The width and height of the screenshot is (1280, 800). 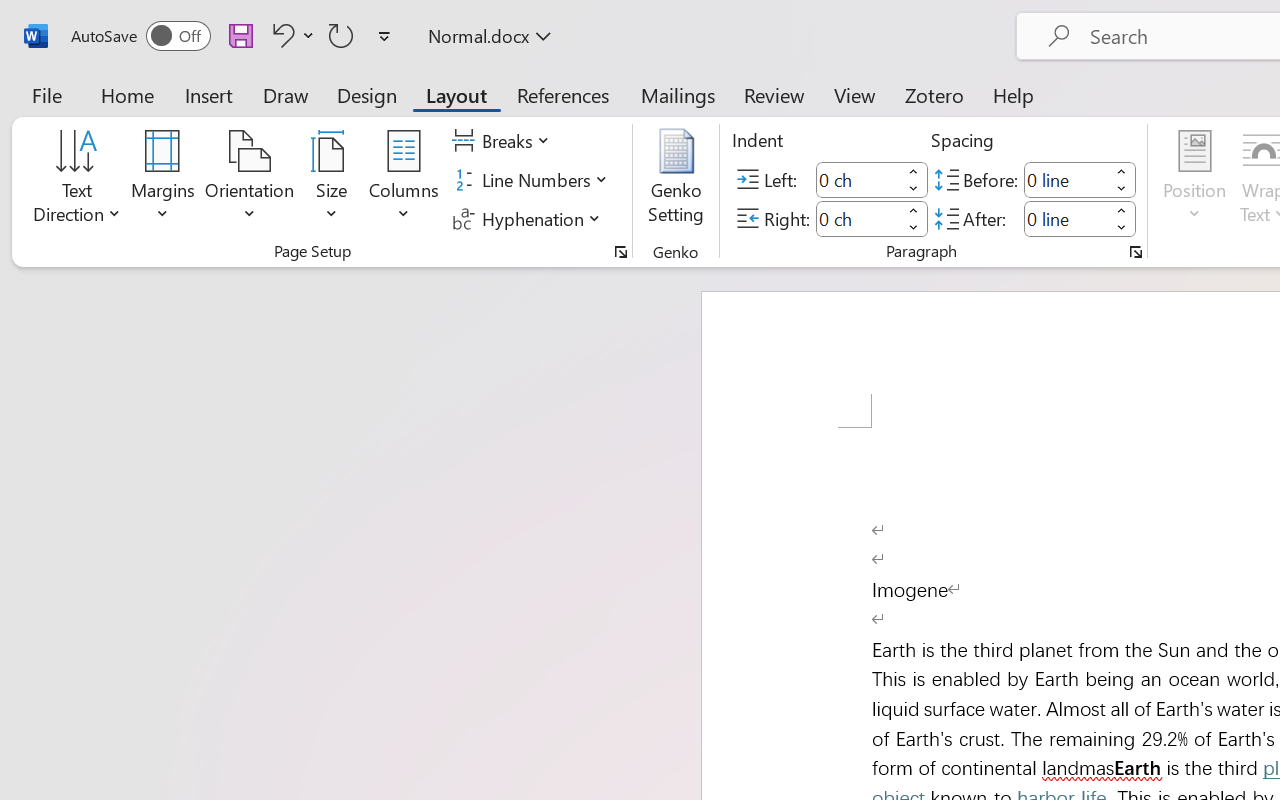 I want to click on 'Help', so click(x=1013, y=94).